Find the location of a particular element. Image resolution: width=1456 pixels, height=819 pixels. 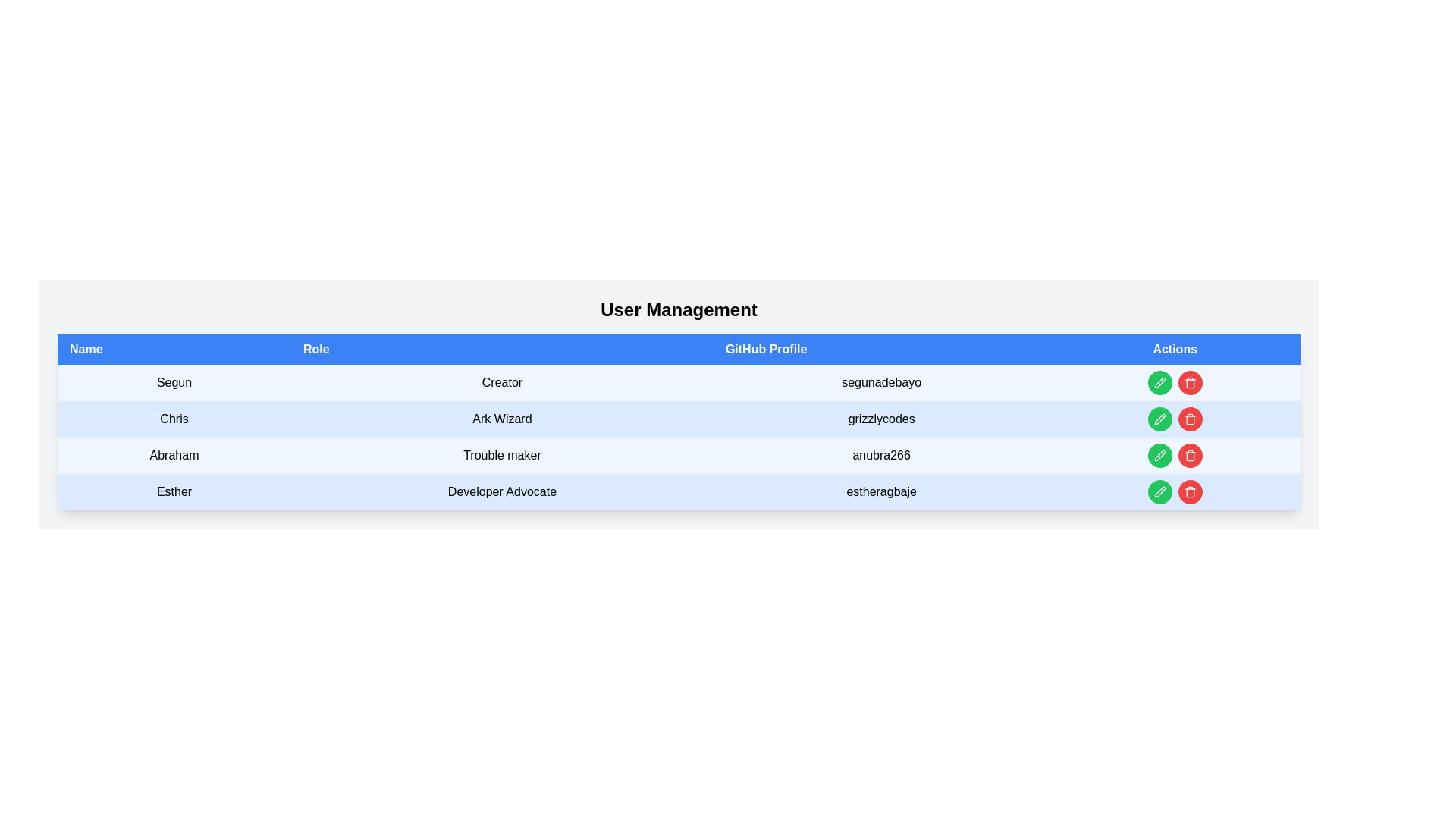

the text label 'Ark Wizard' located in the second column of the second row of the table is located at coordinates (502, 419).